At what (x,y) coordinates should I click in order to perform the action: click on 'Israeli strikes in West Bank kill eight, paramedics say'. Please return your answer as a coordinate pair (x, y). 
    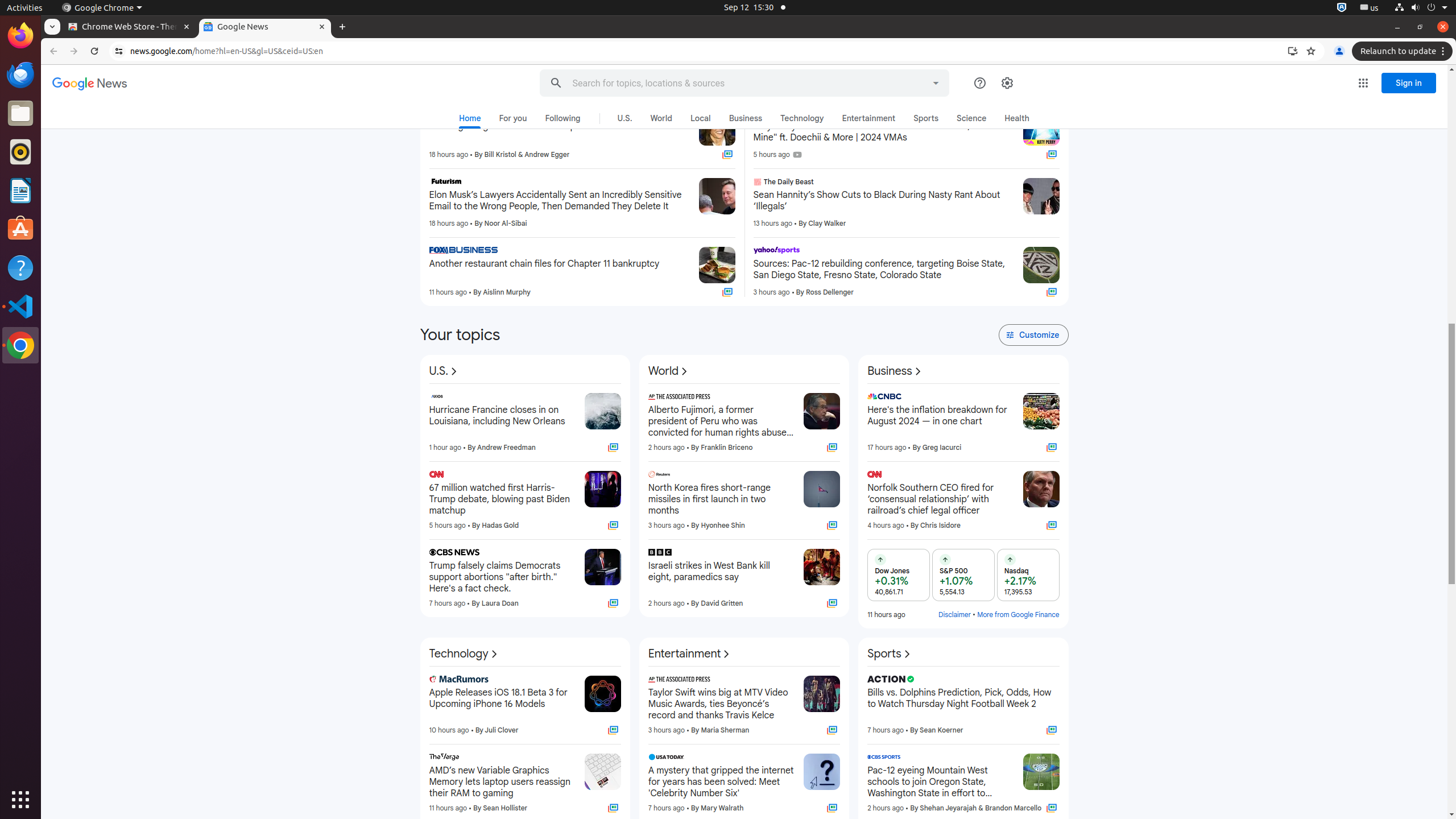
    Looking at the image, I should click on (721, 577).